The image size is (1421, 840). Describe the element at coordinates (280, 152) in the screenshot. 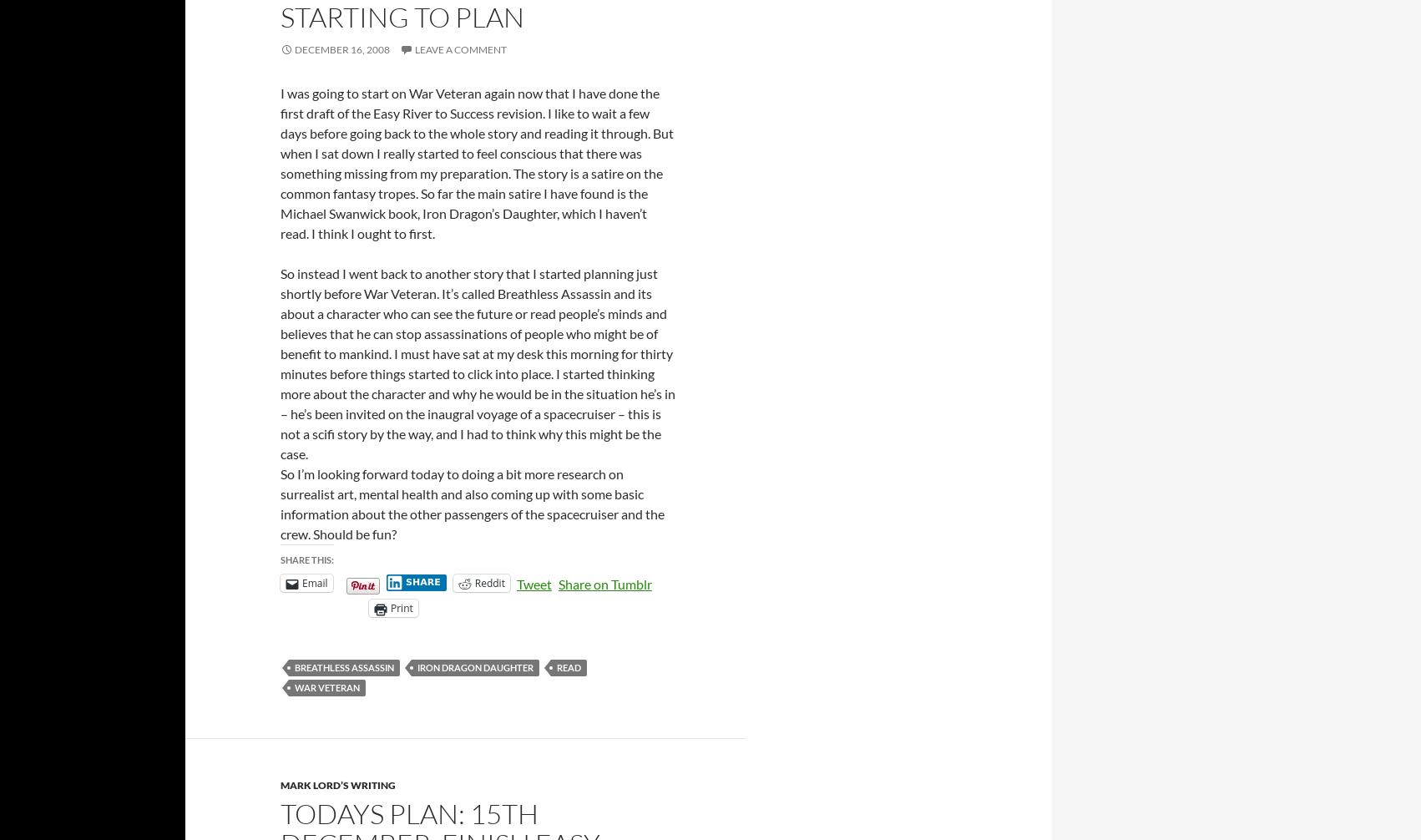

I see `'I was going to start on War Veteran again now that I have done the first draft of the Easy River to Success revision. I like to wait a few days before going back to the whole story and reading it through. But when I sat down I really started to feel conscious that there was something missing from my preparation. The story is a satire on the common fantasy tropes. So far the main satire I have found is the Michael'` at that location.